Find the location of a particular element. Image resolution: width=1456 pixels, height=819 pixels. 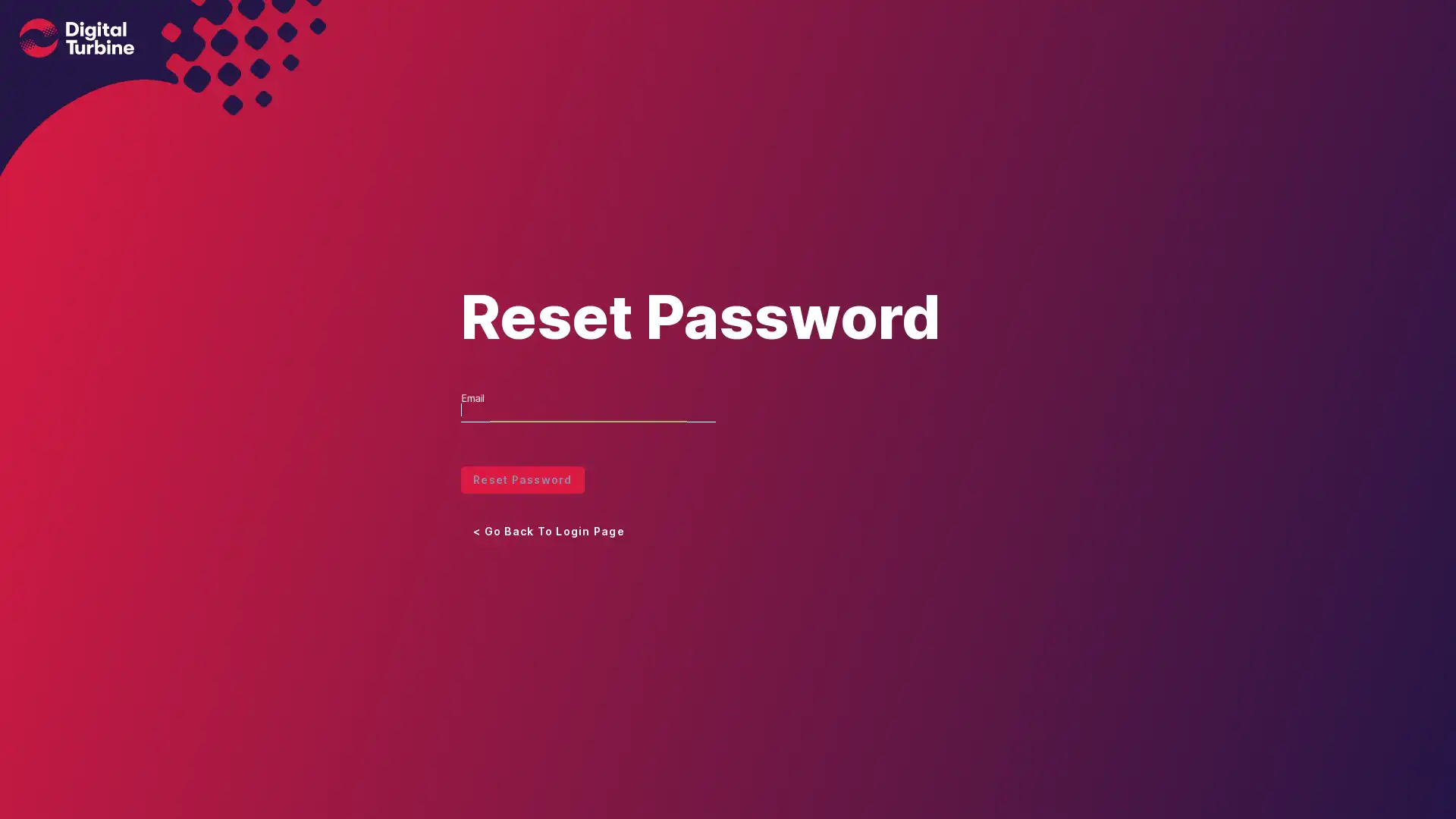

Reset Password is located at coordinates (522, 479).